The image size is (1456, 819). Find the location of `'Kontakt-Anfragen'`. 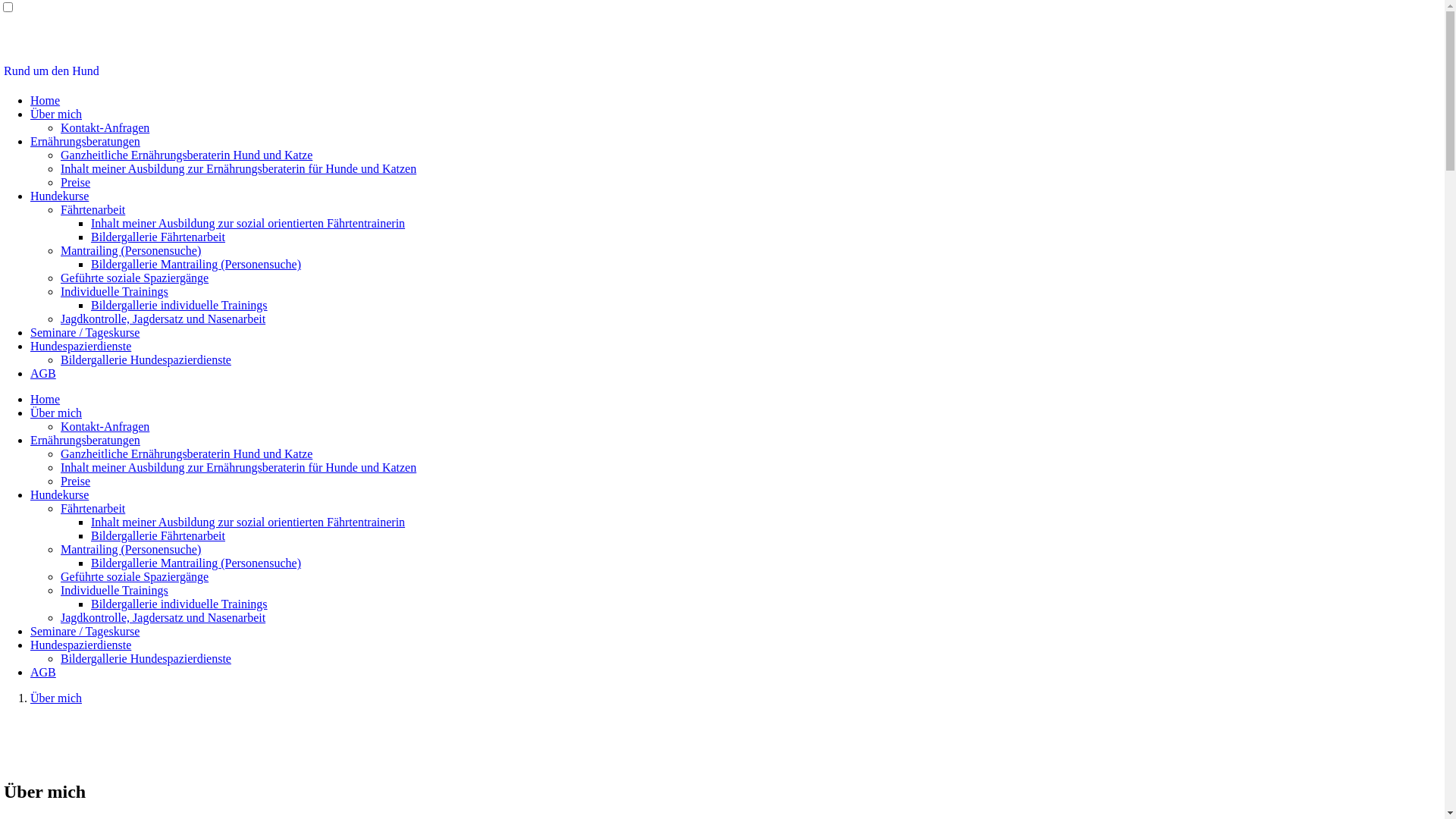

'Kontakt-Anfragen' is located at coordinates (104, 127).